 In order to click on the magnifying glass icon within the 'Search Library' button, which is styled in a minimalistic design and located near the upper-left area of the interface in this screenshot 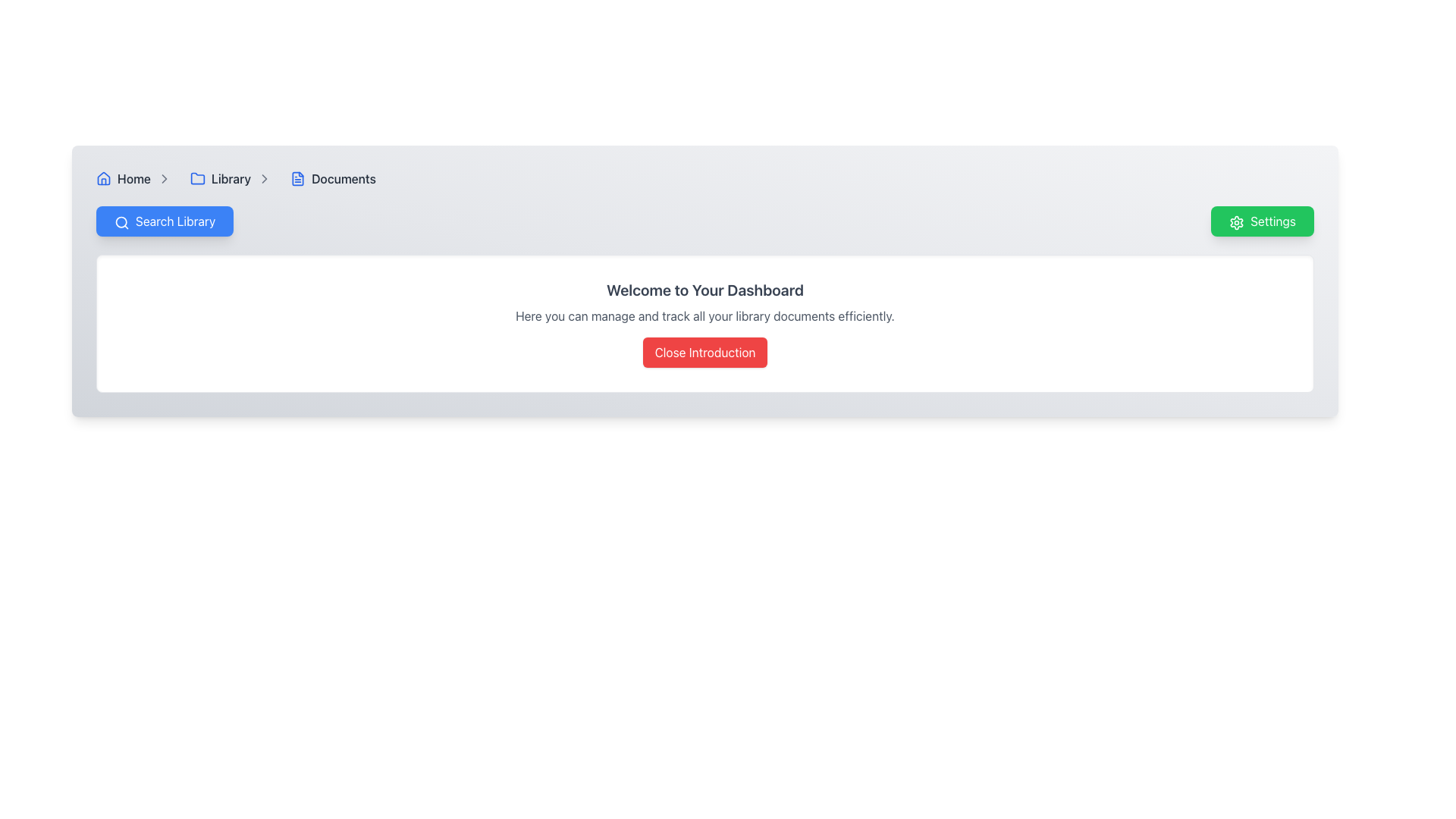, I will do `click(122, 222)`.